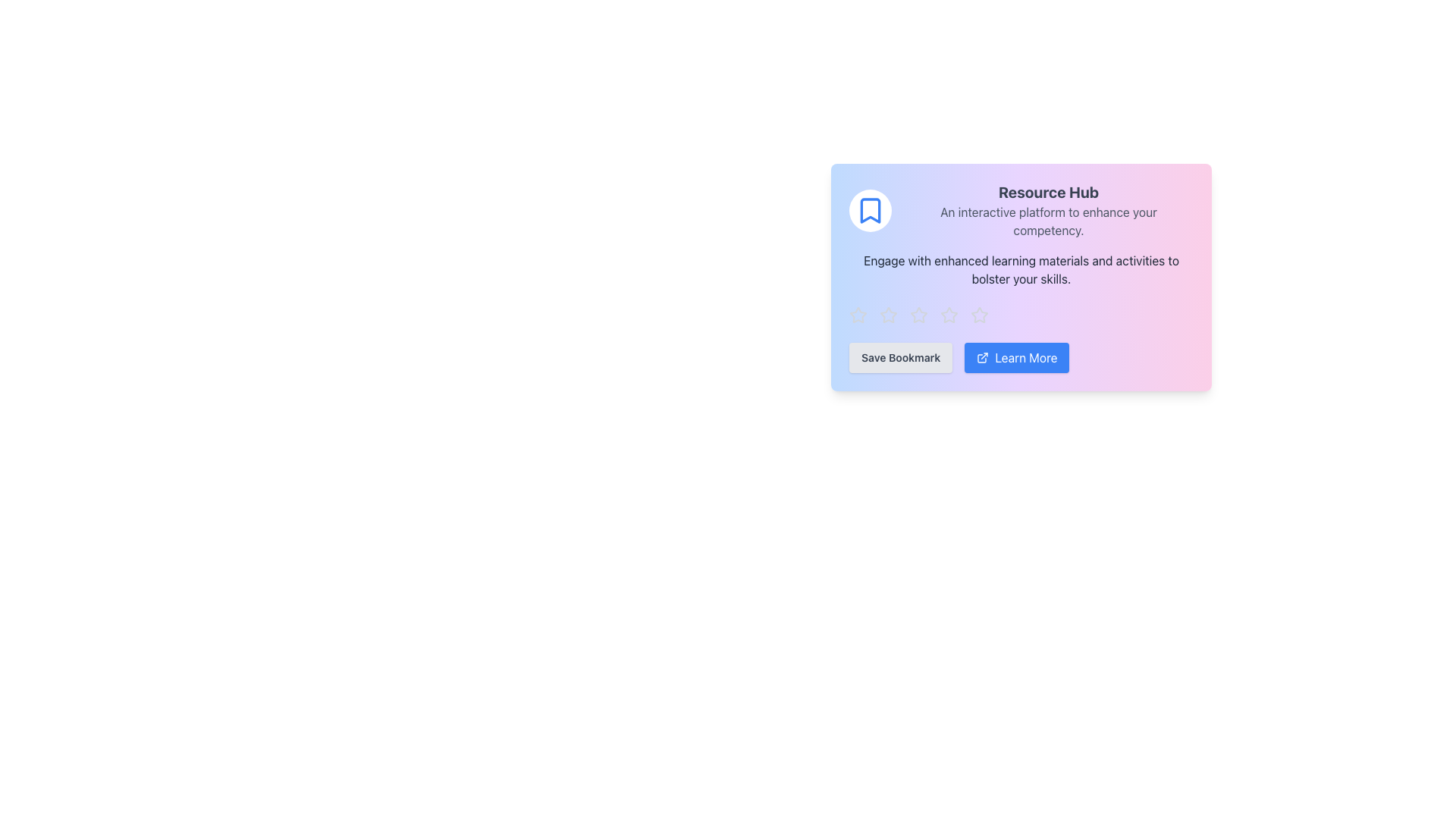 The image size is (1456, 819). Describe the element at coordinates (1017, 357) in the screenshot. I see `the blue 'Learn More' button located at the right side of the two buttons under the 'Resource Hub' section` at that location.